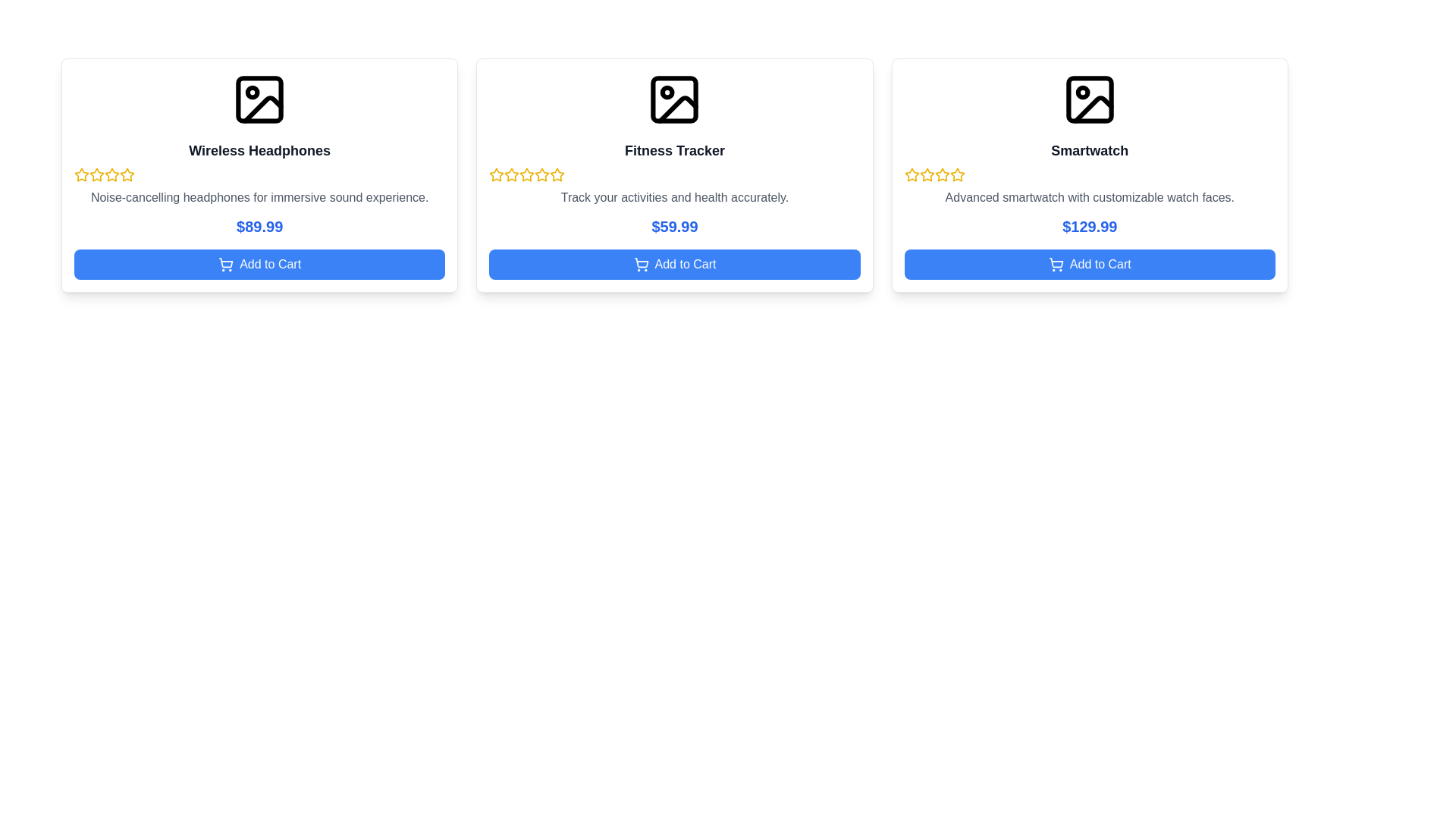 The height and width of the screenshot is (819, 1456). Describe the element at coordinates (911, 174) in the screenshot. I see `the second star rating icon in the five-star system for the product 'Smartwatch'` at that location.